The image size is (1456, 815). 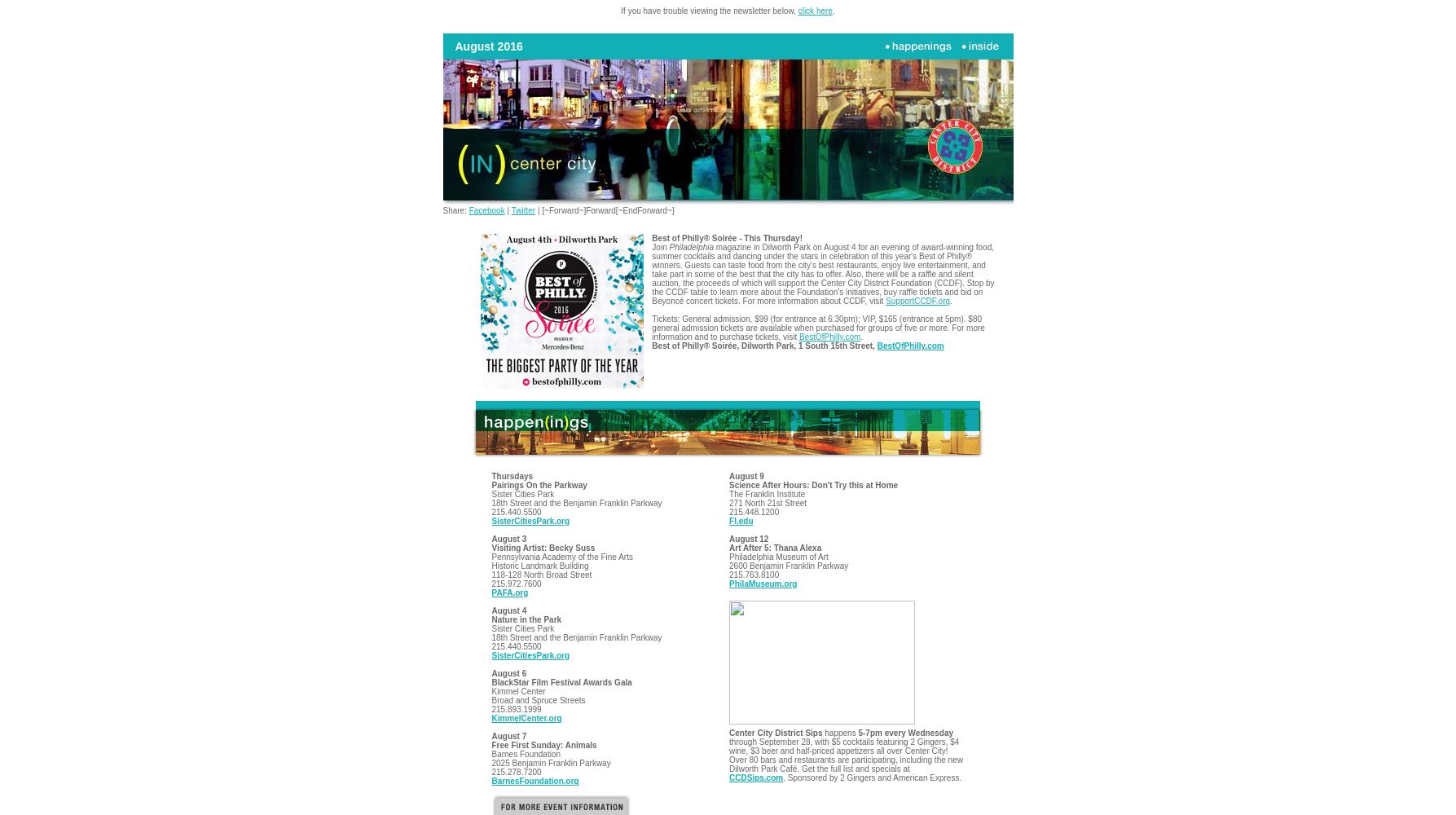 What do you see at coordinates (490, 484) in the screenshot?
I see `'Pairings On the Parkway'` at bounding box center [490, 484].